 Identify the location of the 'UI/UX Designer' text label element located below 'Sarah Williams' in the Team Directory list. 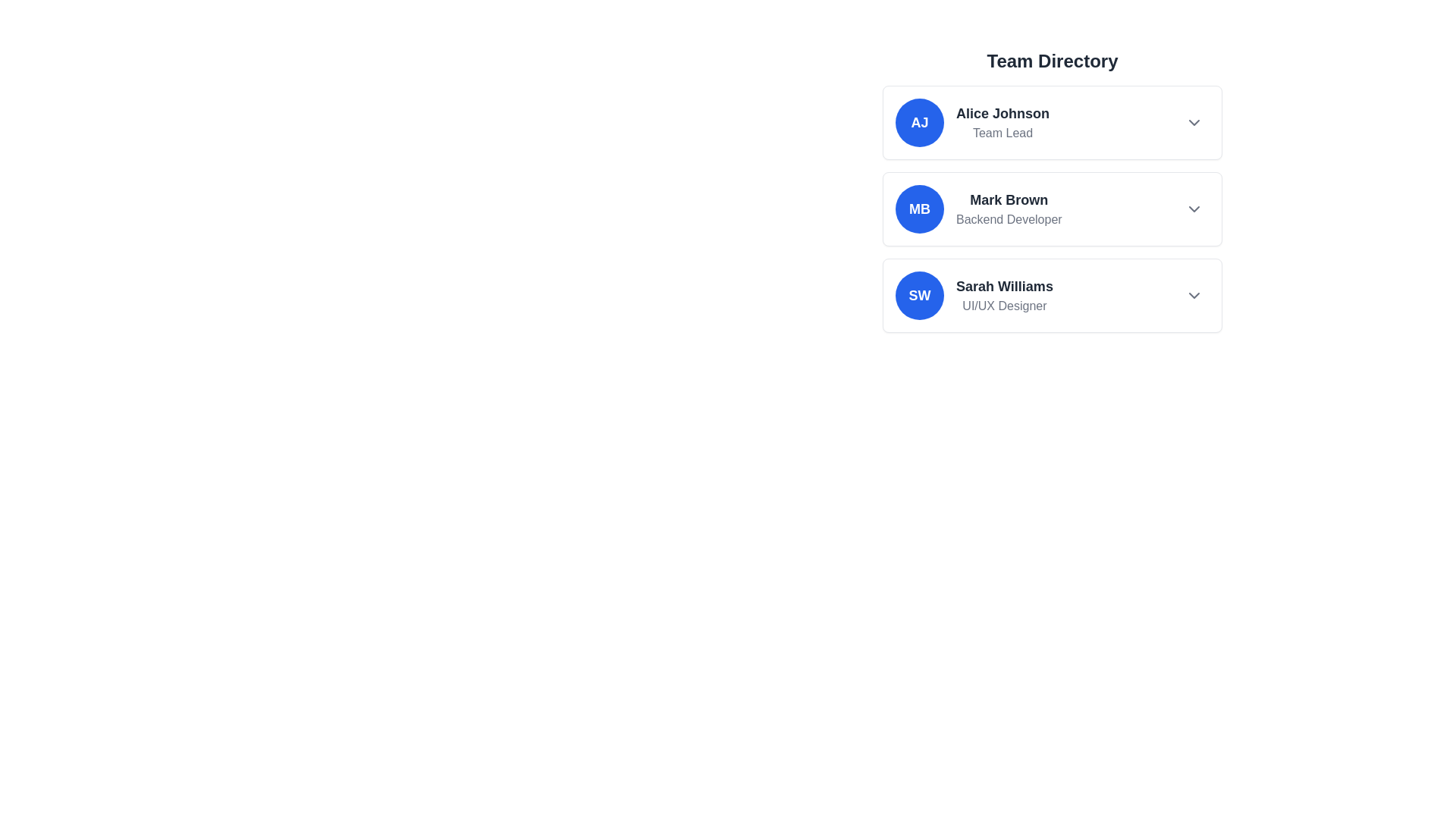
(1004, 306).